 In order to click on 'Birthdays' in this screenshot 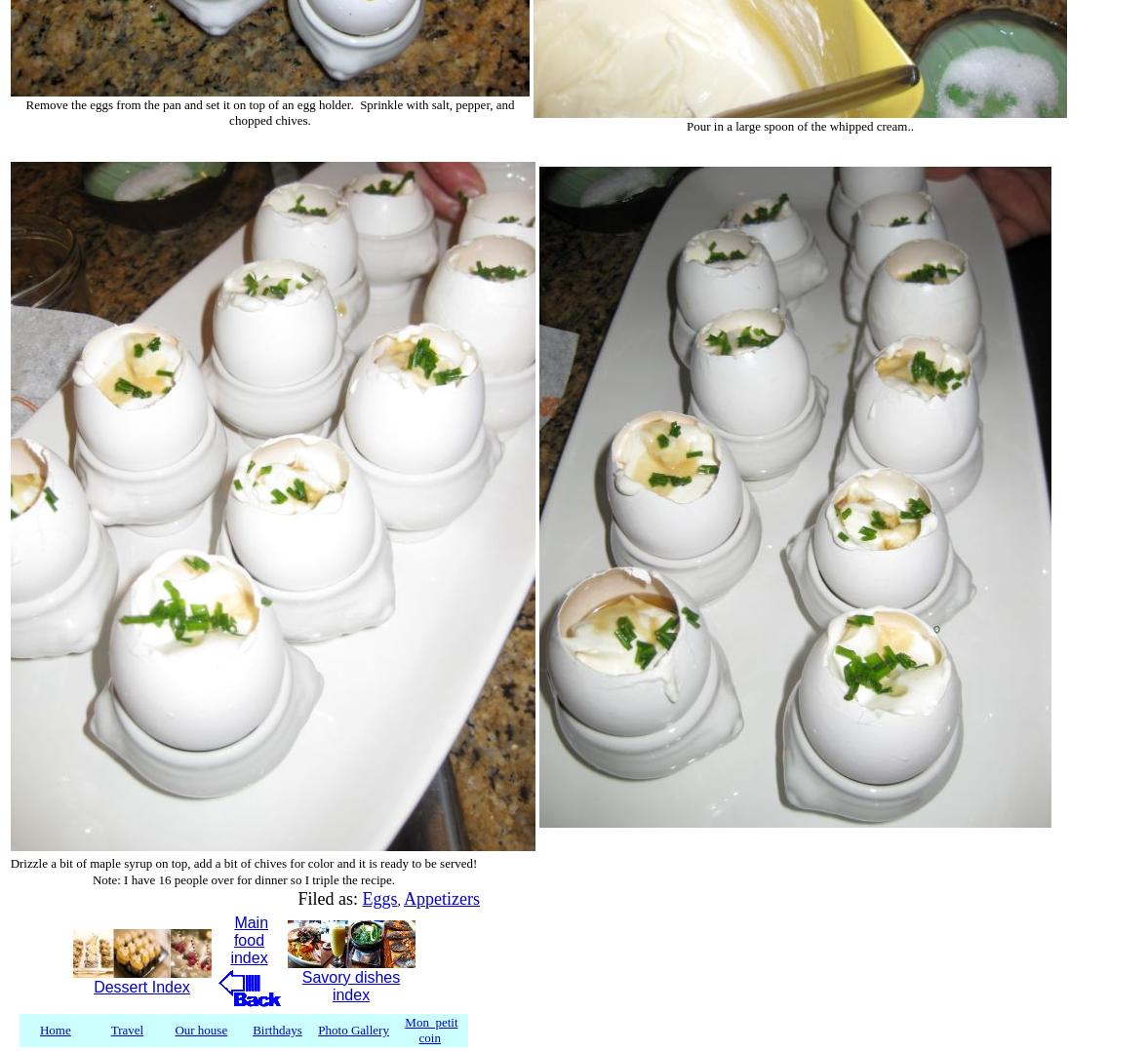, I will do `click(252, 1030)`.